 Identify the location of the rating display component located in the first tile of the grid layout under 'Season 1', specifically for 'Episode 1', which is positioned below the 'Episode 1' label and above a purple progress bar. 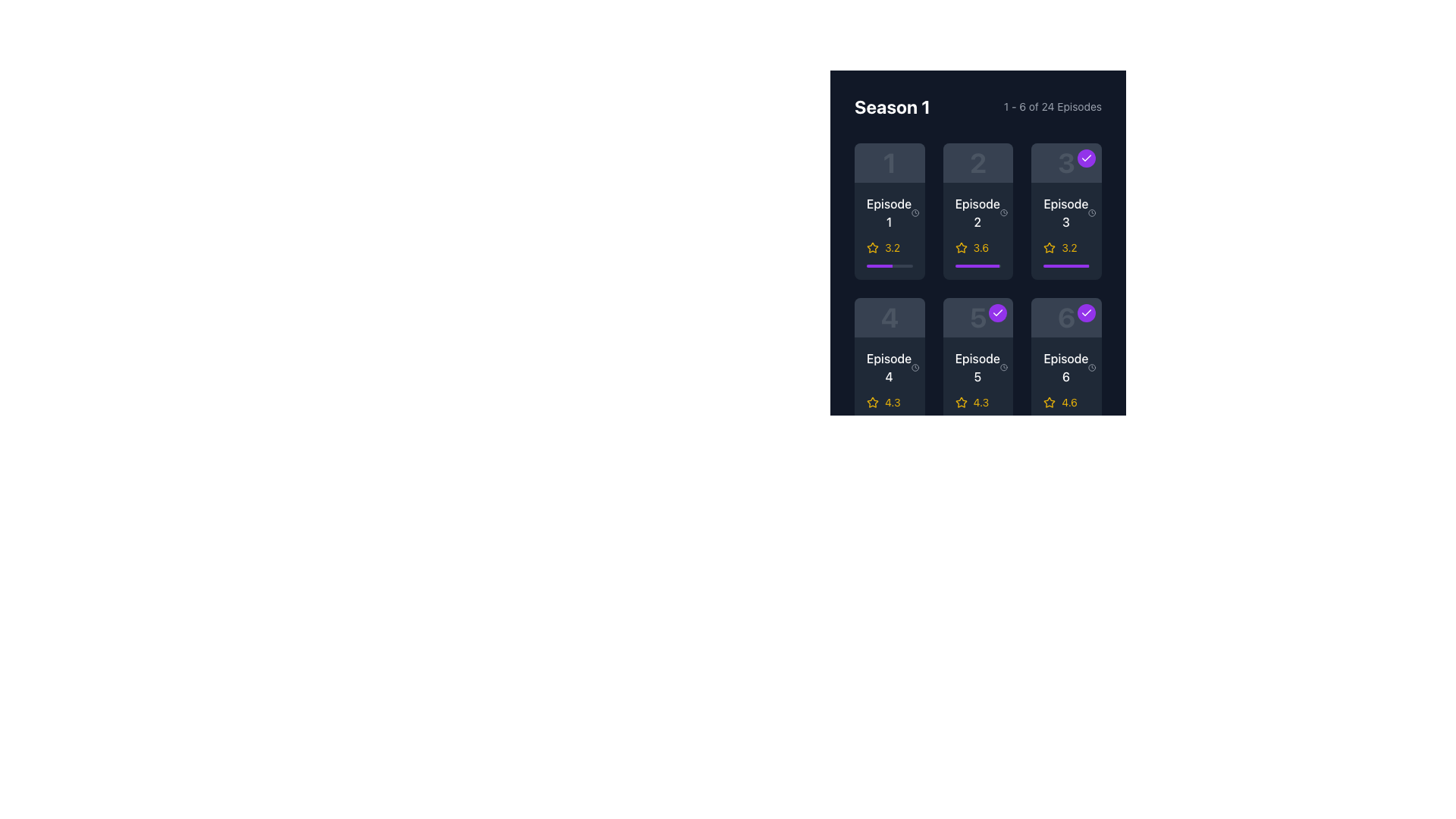
(890, 247).